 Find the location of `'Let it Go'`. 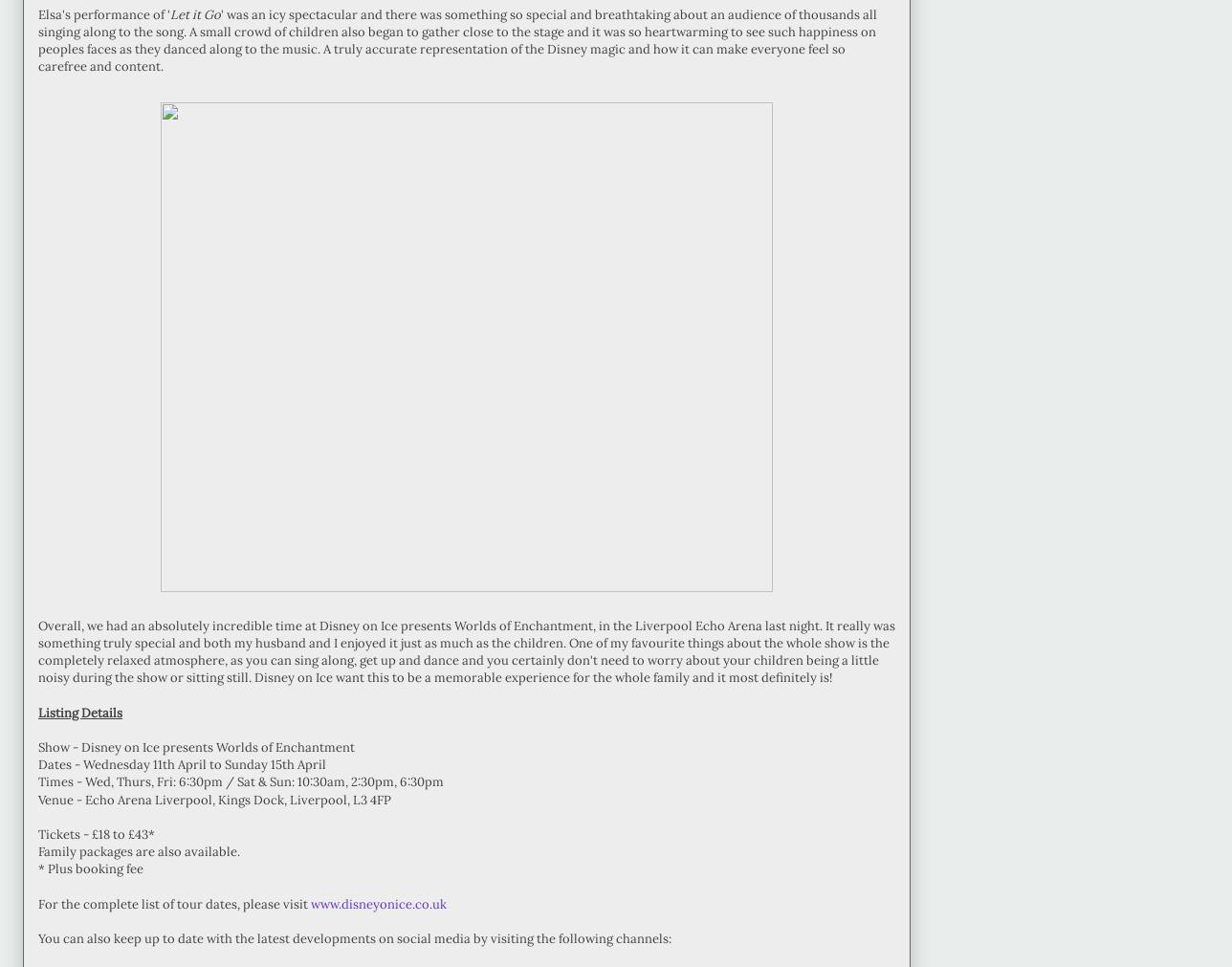

'Let it Go' is located at coordinates (195, 12).